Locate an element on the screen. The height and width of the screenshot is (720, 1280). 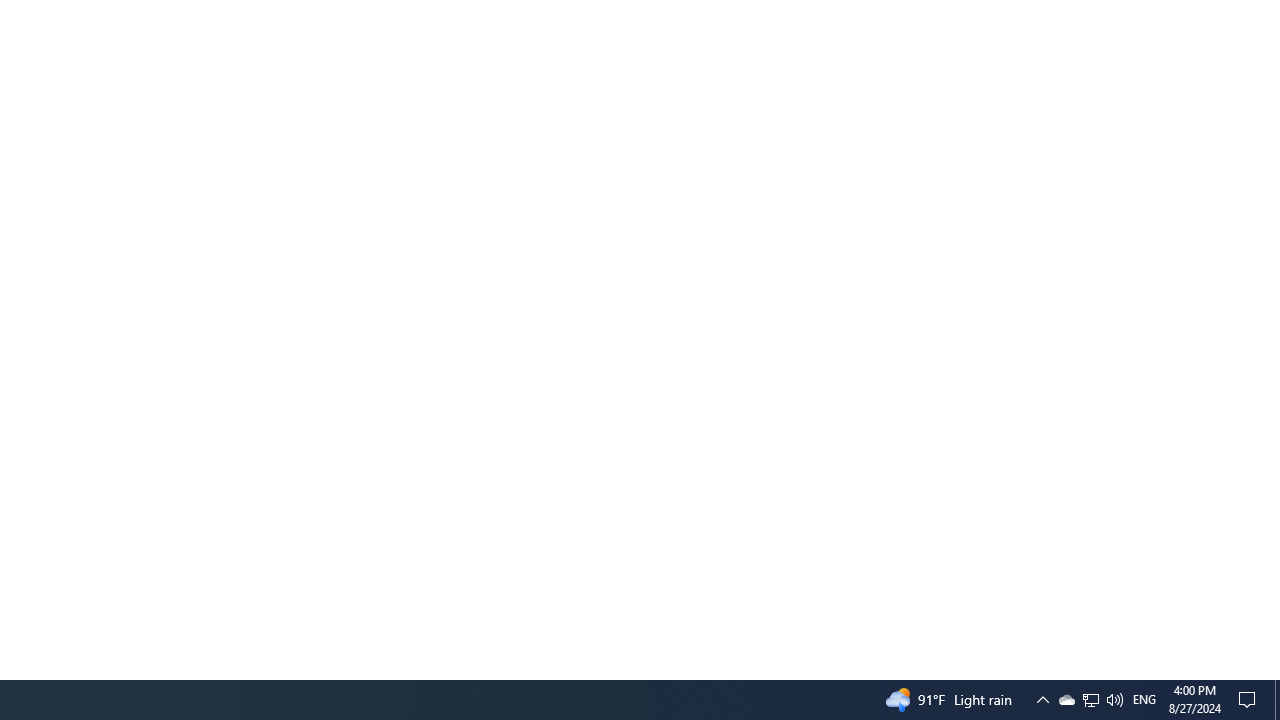
'Notification Chevron' is located at coordinates (1041, 698).